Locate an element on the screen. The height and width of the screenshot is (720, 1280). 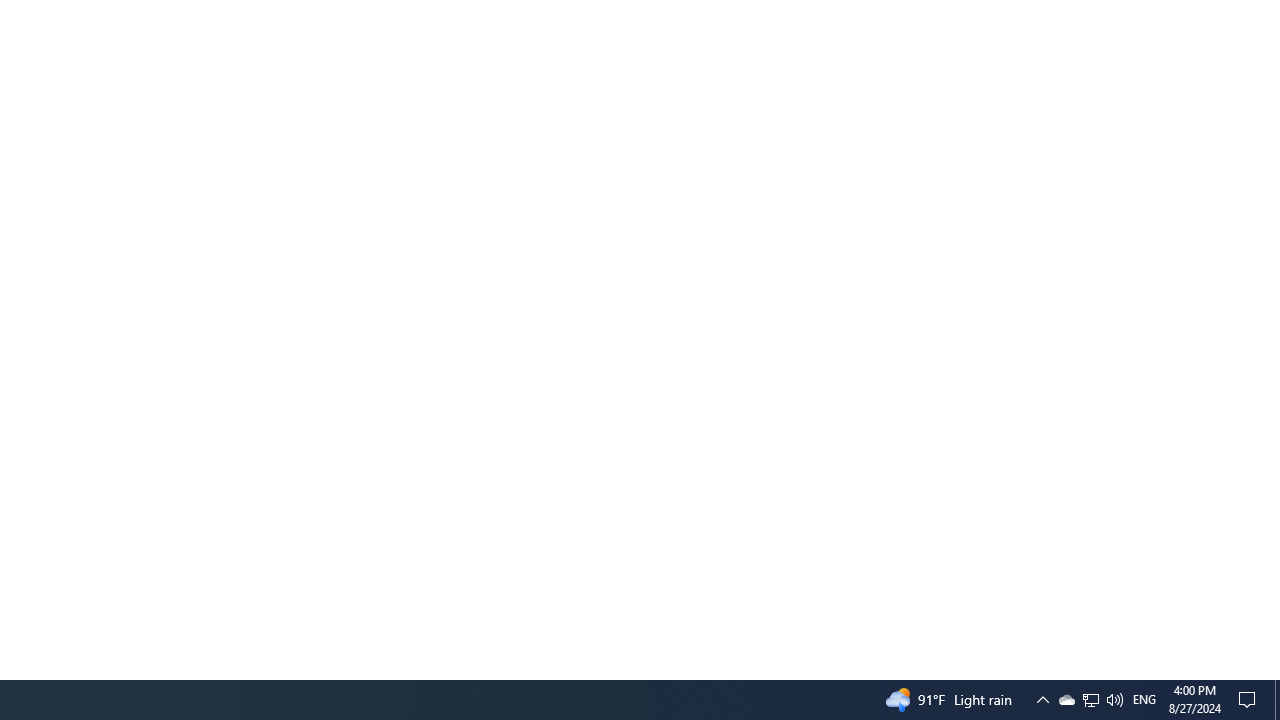
'Notification Chevron' is located at coordinates (1041, 698).